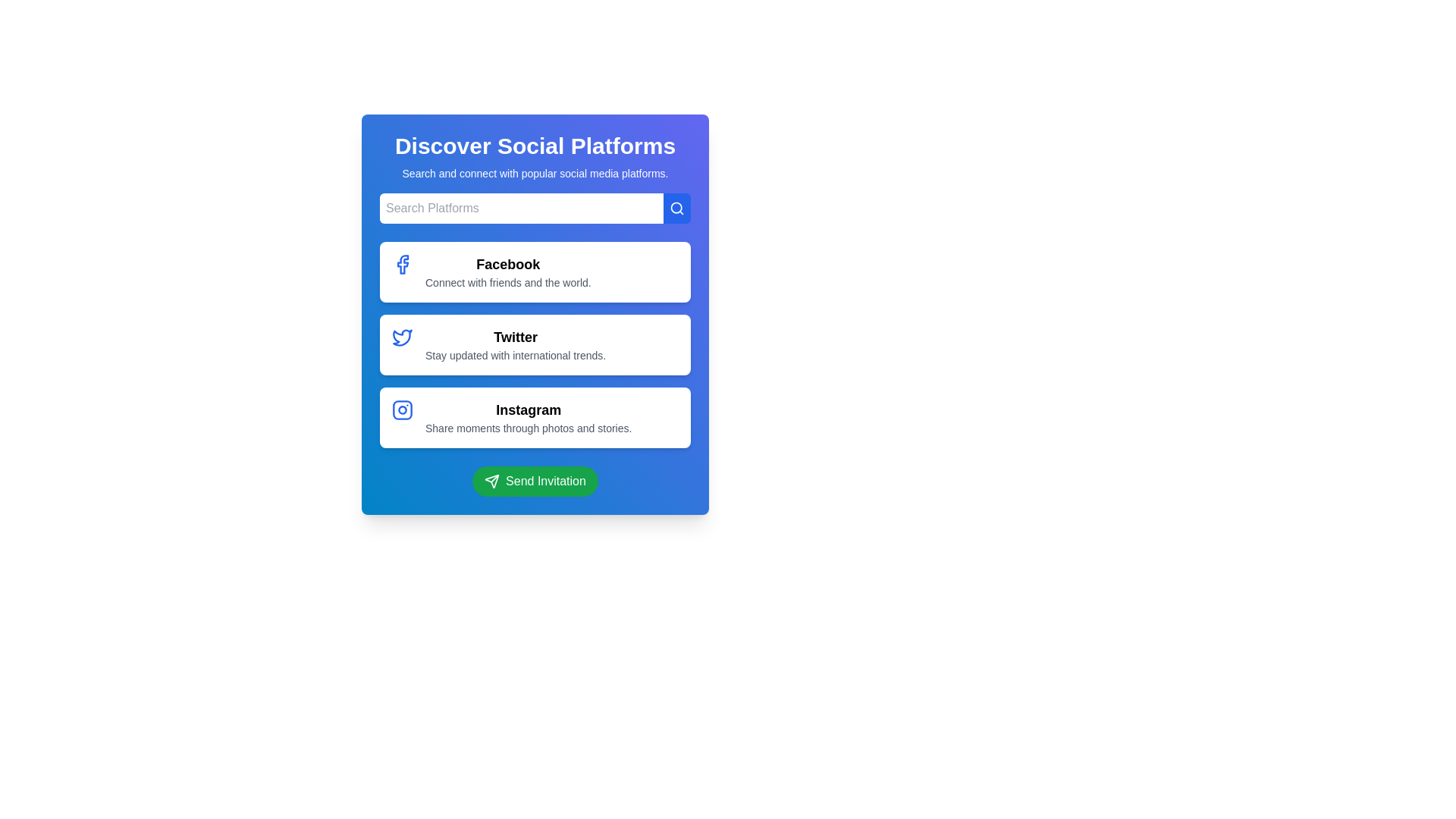 The image size is (1456, 819). What do you see at coordinates (508, 271) in the screenshot?
I see `the 'Facebook' text block, which is a bold title followed by a descriptive line about connecting with friends, located in the second row of social media cards` at bounding box center [508, 271].